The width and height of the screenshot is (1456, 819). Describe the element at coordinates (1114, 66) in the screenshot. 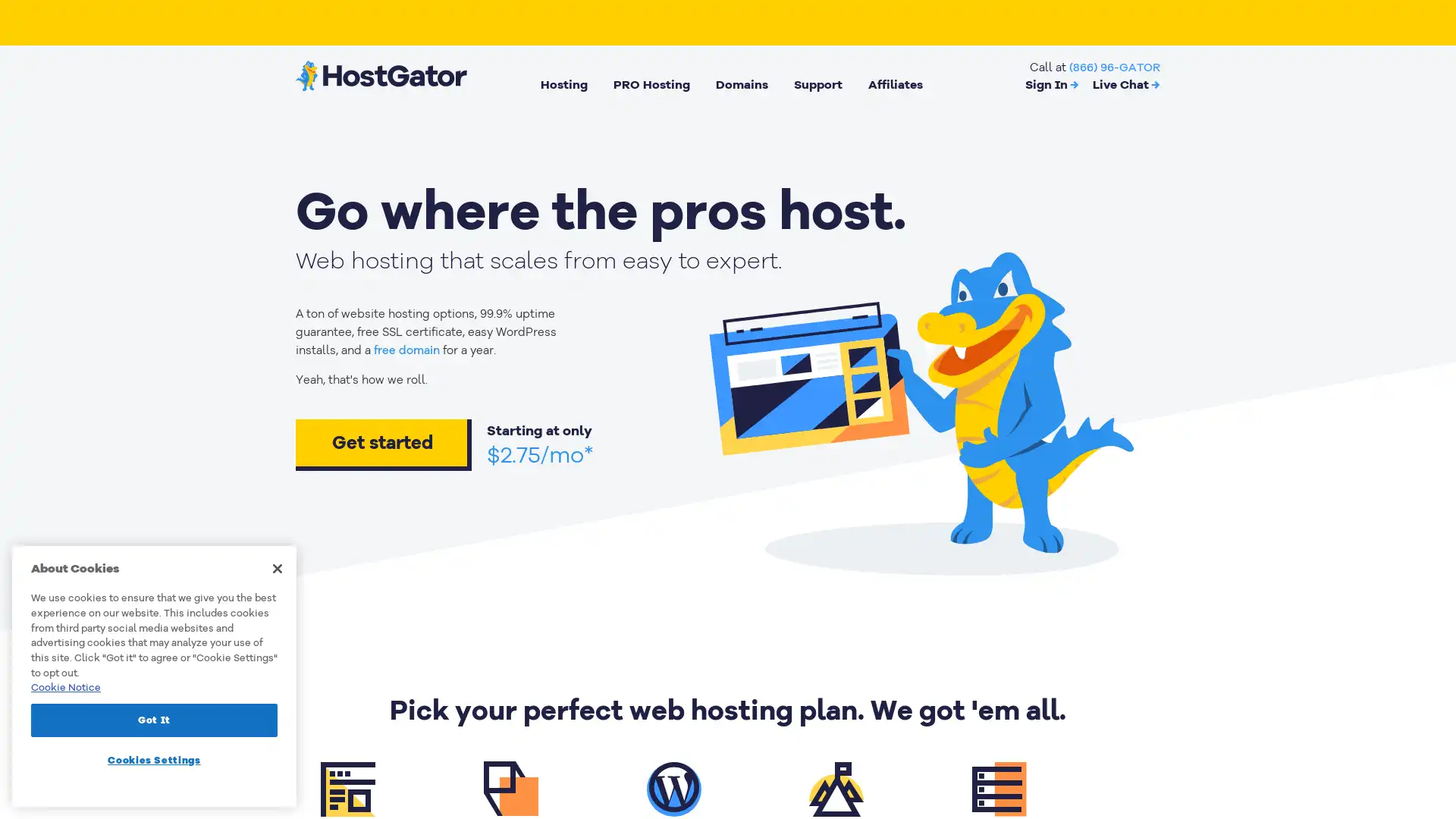

I see `(866) 96-GATOR` at that location.